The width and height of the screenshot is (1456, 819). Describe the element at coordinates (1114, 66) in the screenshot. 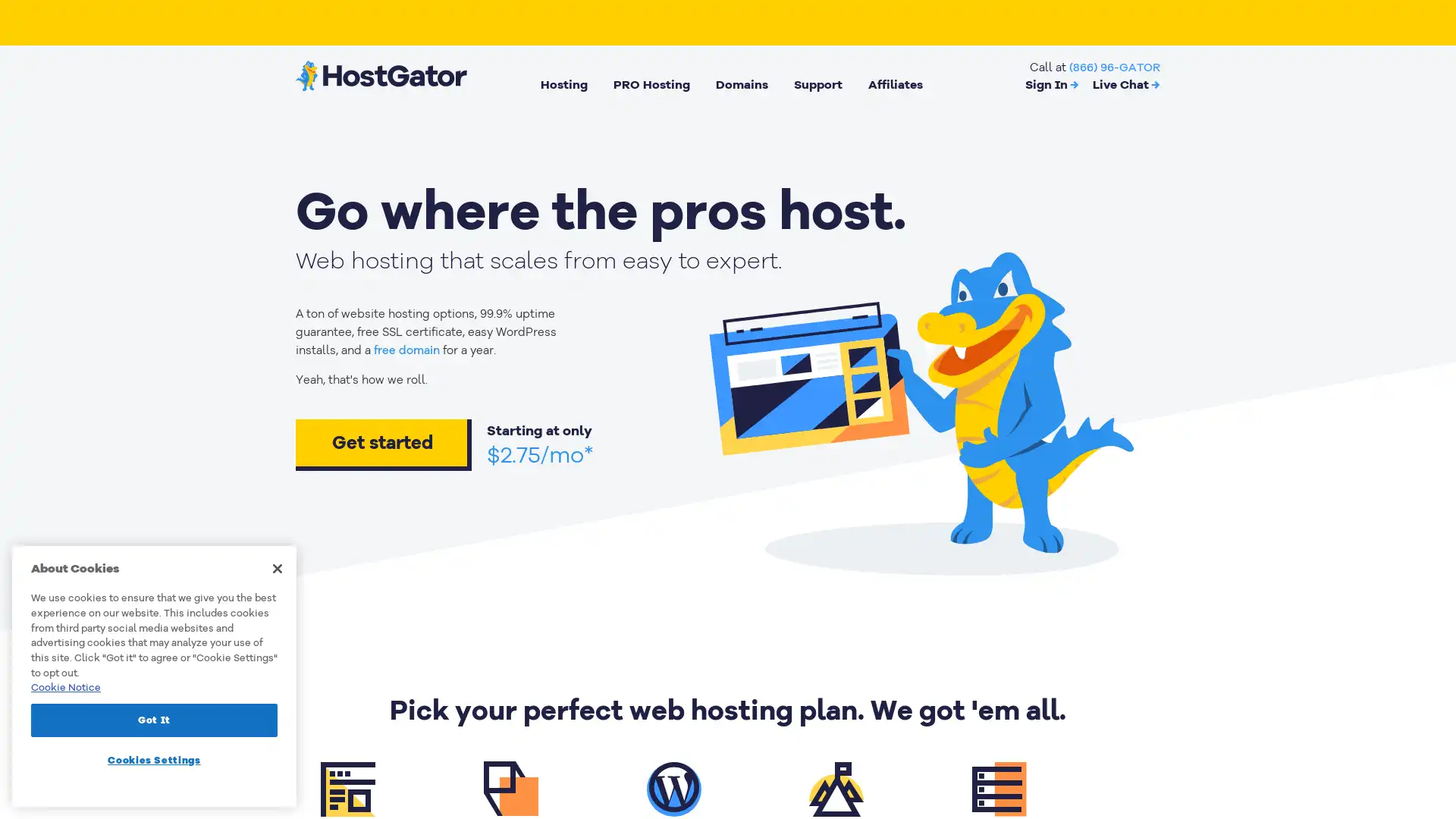

I see `(866) 96-GATOR` at that location.